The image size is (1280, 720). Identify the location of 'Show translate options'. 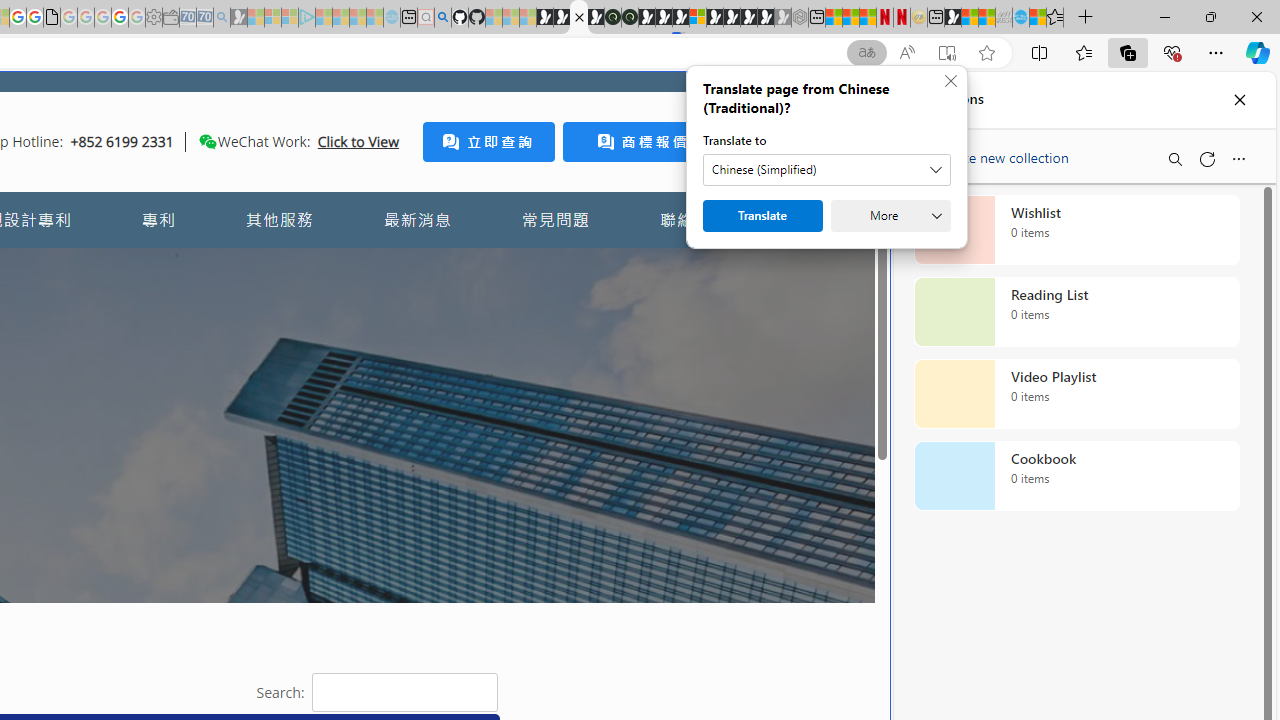
(867, 52).